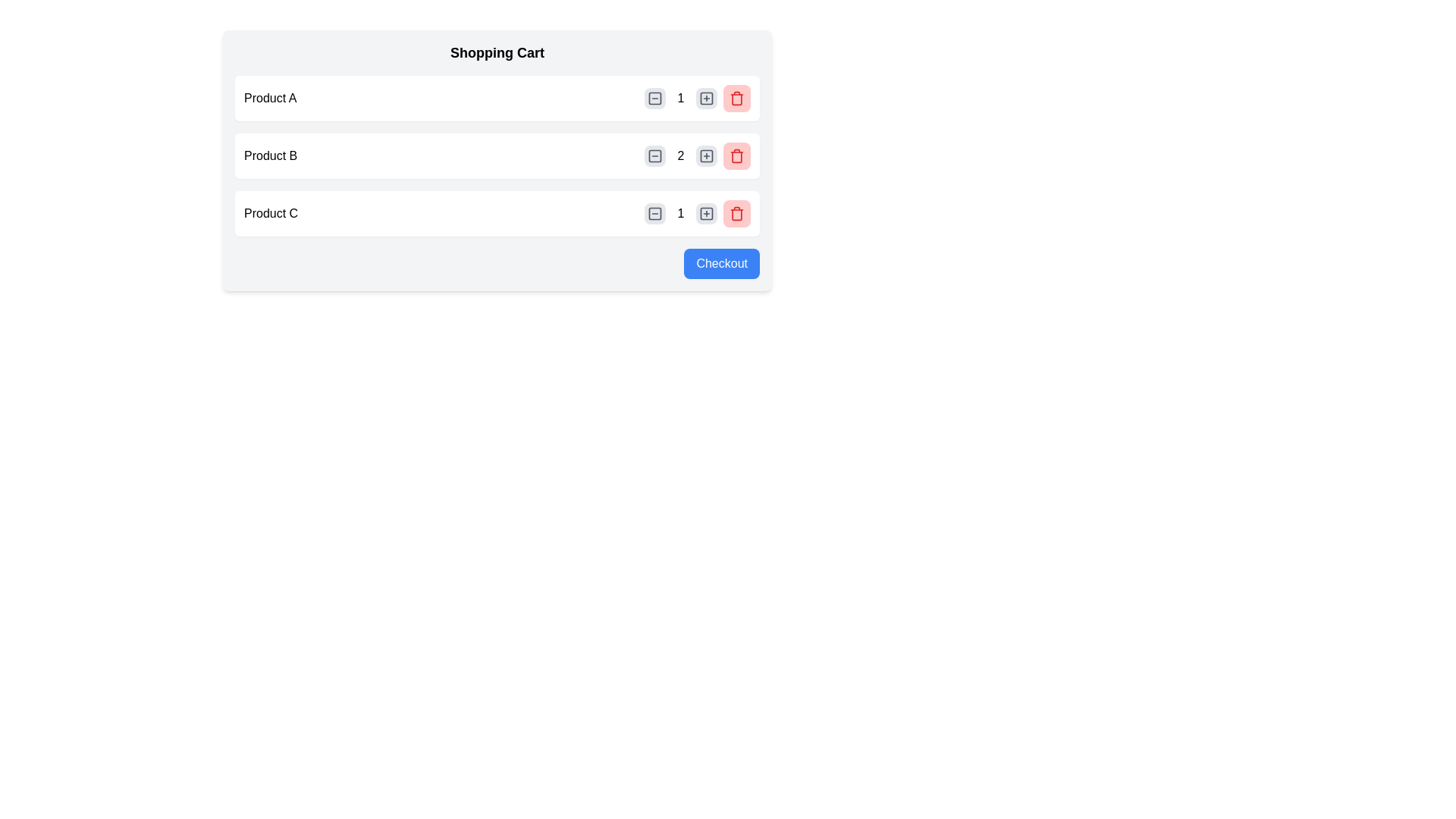 This screenshot has width=1456, height=819. Describe the element at coordinates (736, 99) in the screenshot. I see `the body of the trash bin icon located in the shopping cart interface` at that location.